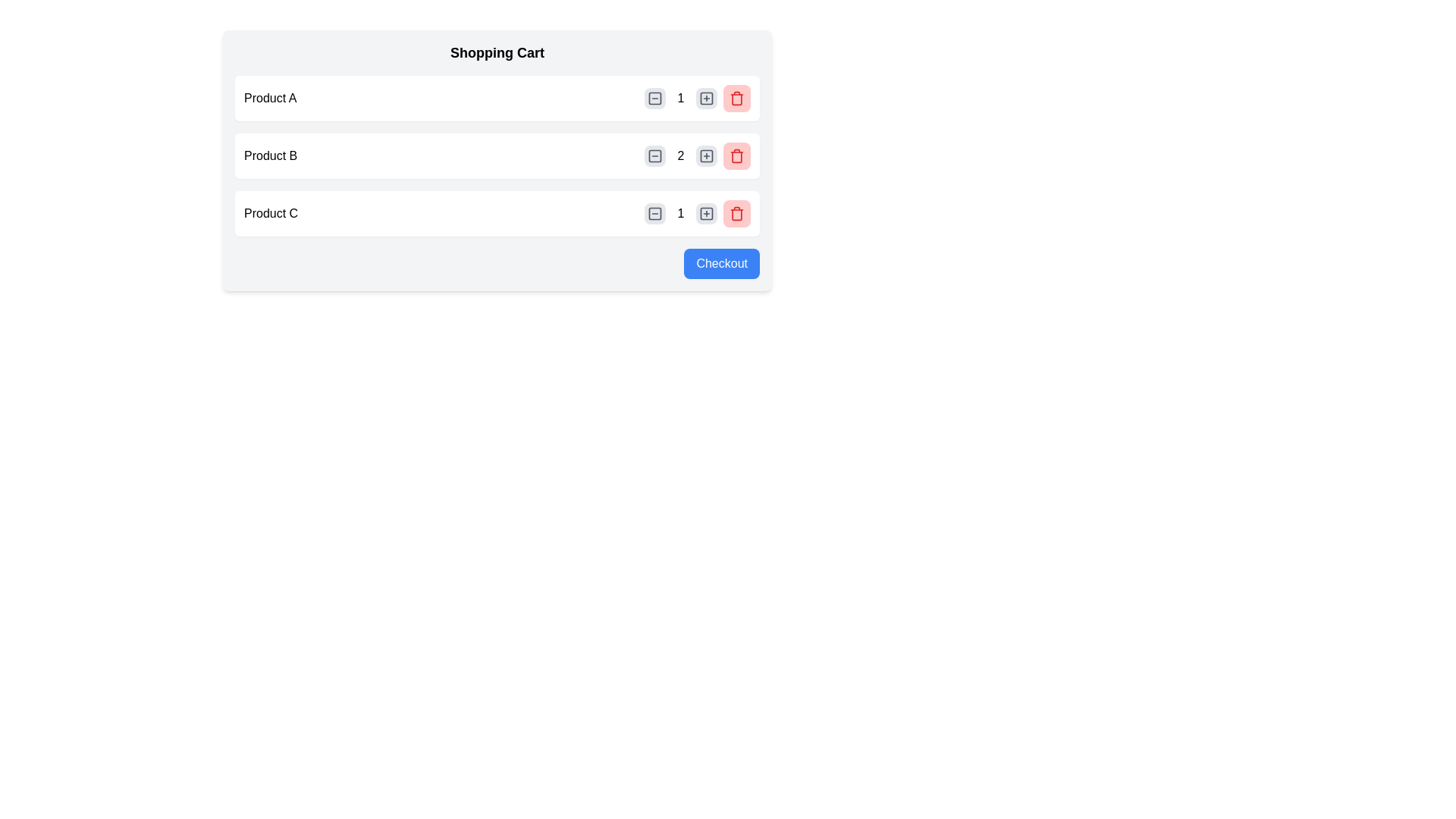 This screenshot has width=1456, height=819. Describe the element at coordinates (736, 99) in the screenshot. I see `the body of the trash bin icon located in the shopping cart interface` at that location.